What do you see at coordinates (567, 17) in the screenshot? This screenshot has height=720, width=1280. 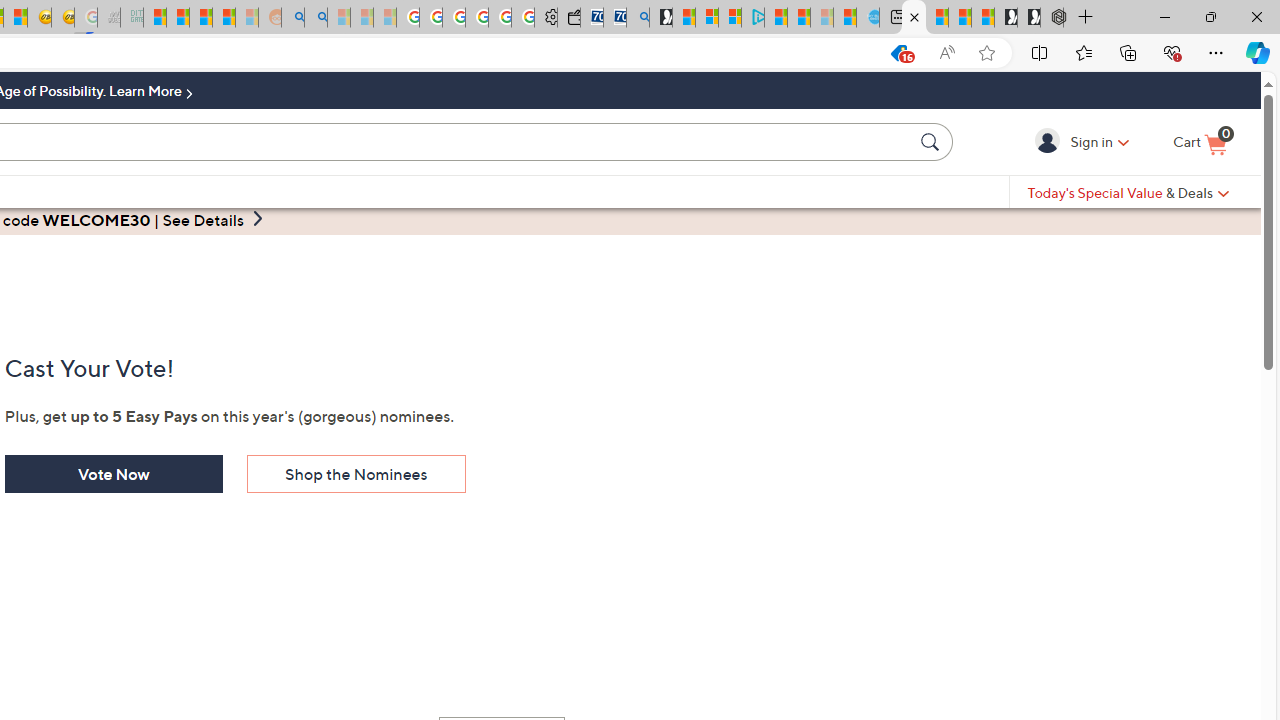 I see `'Wallet'` at bounding box center [567, 17].